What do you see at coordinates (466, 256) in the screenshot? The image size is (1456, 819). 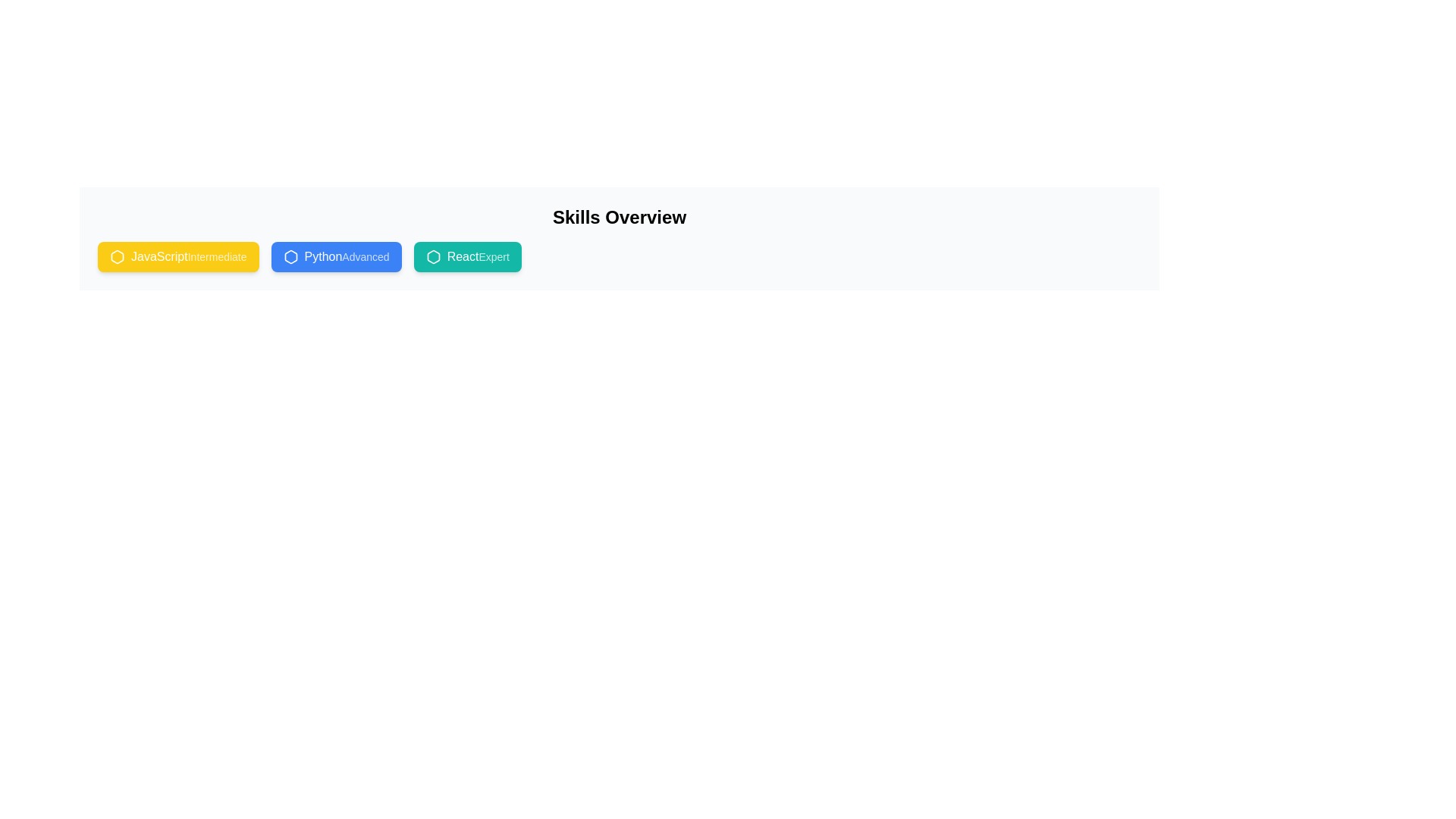 I see `the skill chip corresponding to React` at bounding box center [466, 256].